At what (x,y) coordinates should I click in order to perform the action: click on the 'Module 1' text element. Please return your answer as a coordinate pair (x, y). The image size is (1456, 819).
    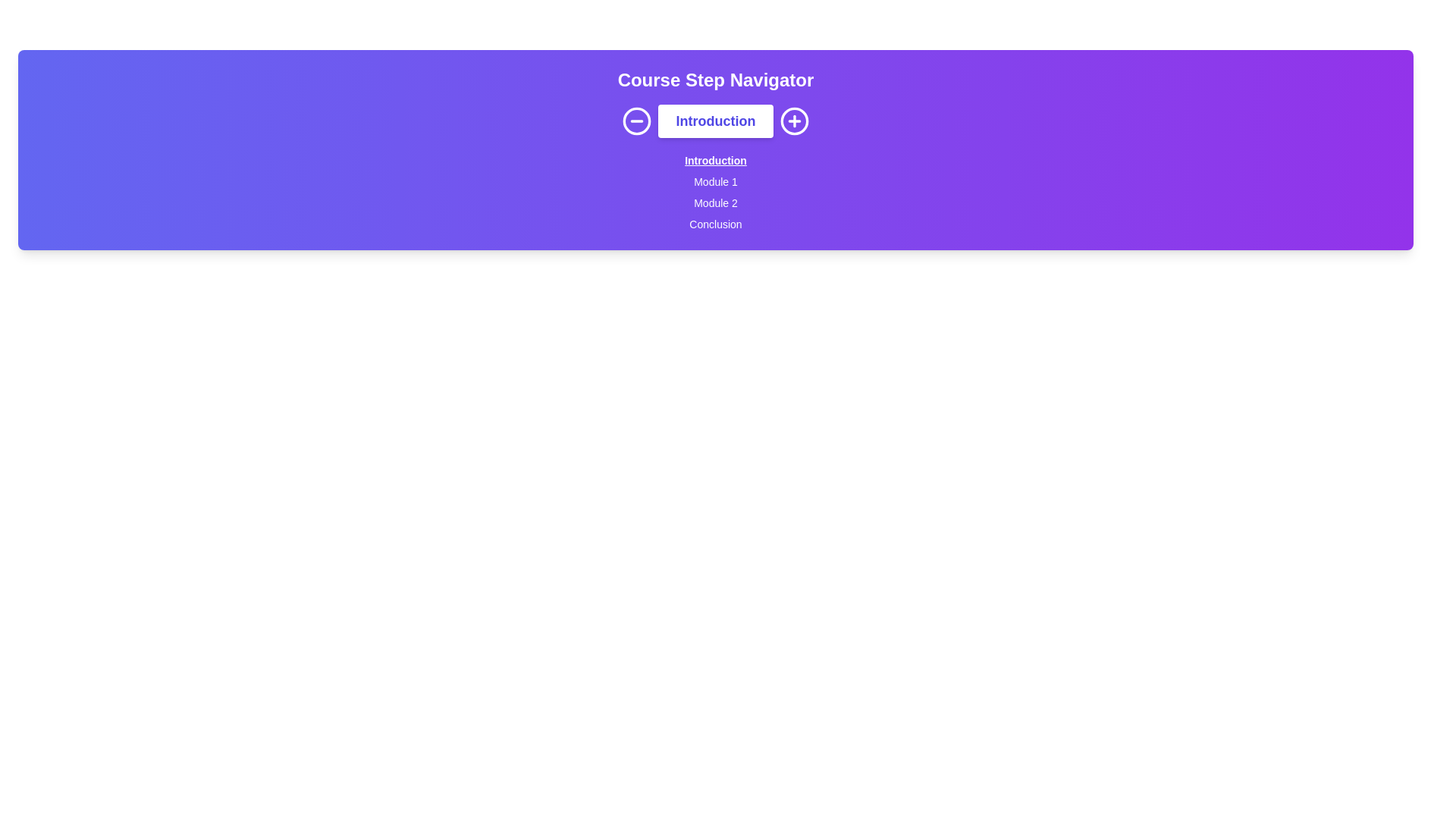
    Looking at the image, I should click on (715, 189).